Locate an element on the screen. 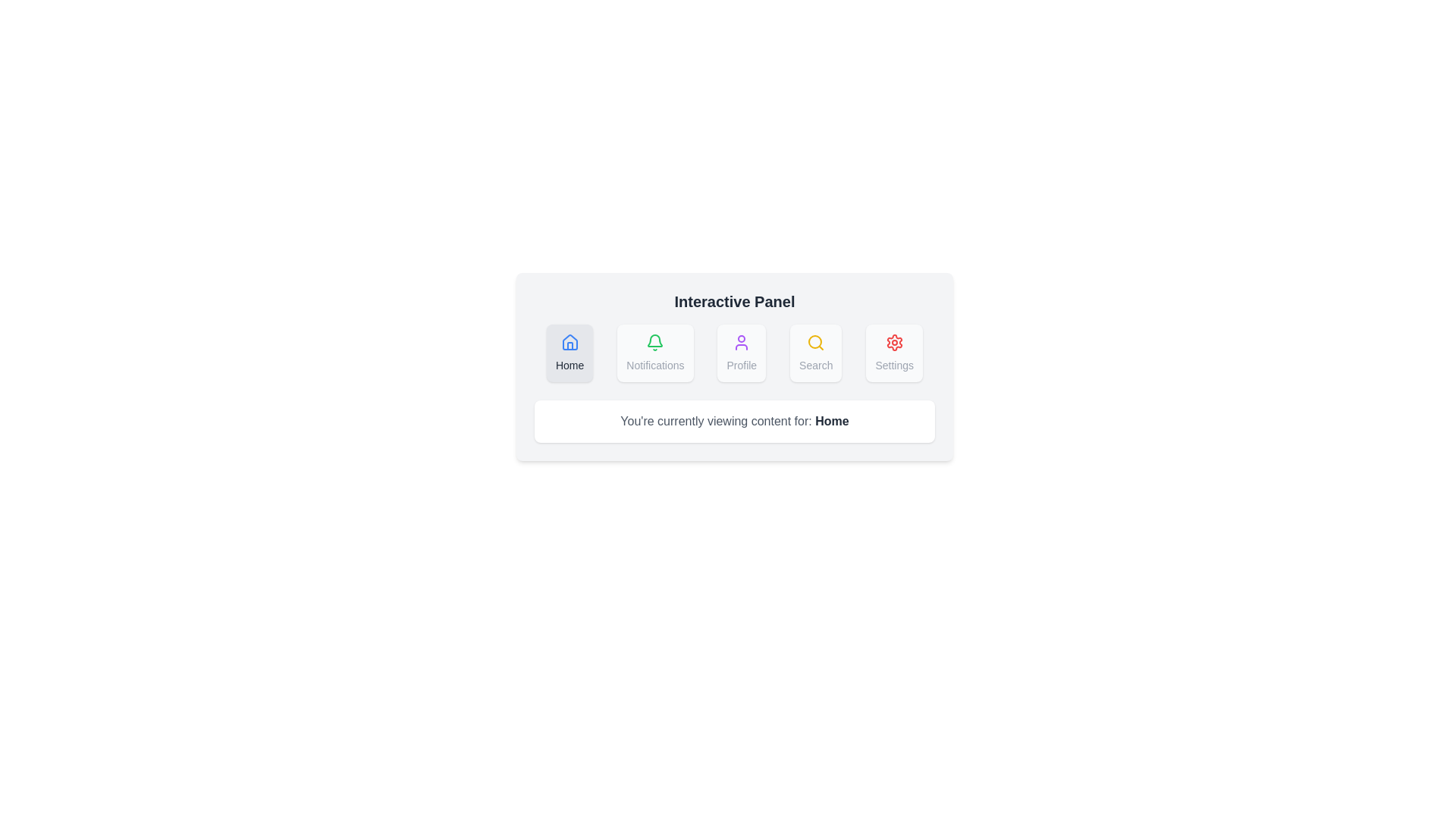 The image size is (1456, 819). the 'Search' text label, which is located at the center bottom of the button labeled 'Search', the fourth button from the left in a row of five buttons is located at coordinates (815, 366).